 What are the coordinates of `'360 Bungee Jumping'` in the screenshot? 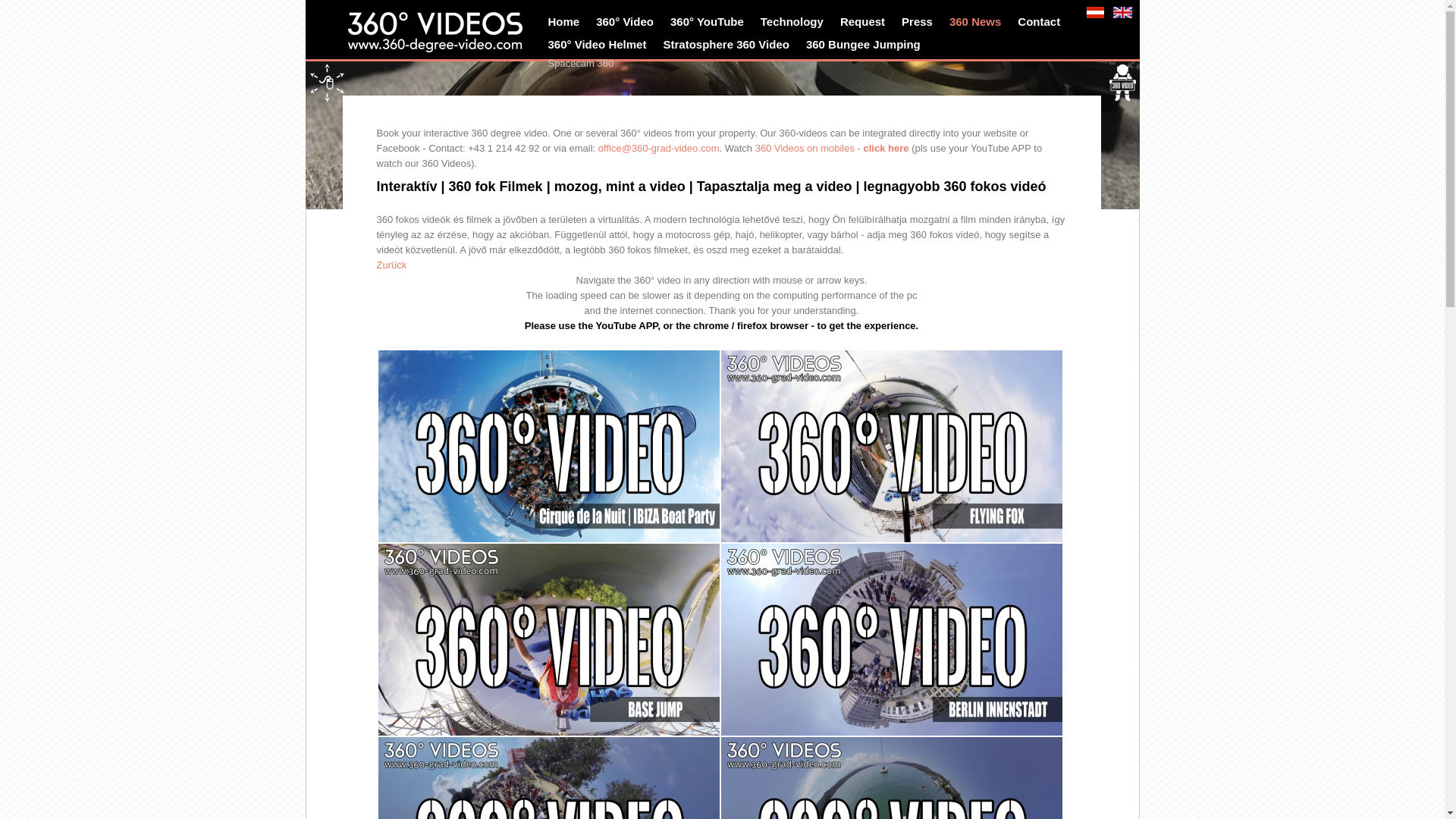 It's located at (866, 43).